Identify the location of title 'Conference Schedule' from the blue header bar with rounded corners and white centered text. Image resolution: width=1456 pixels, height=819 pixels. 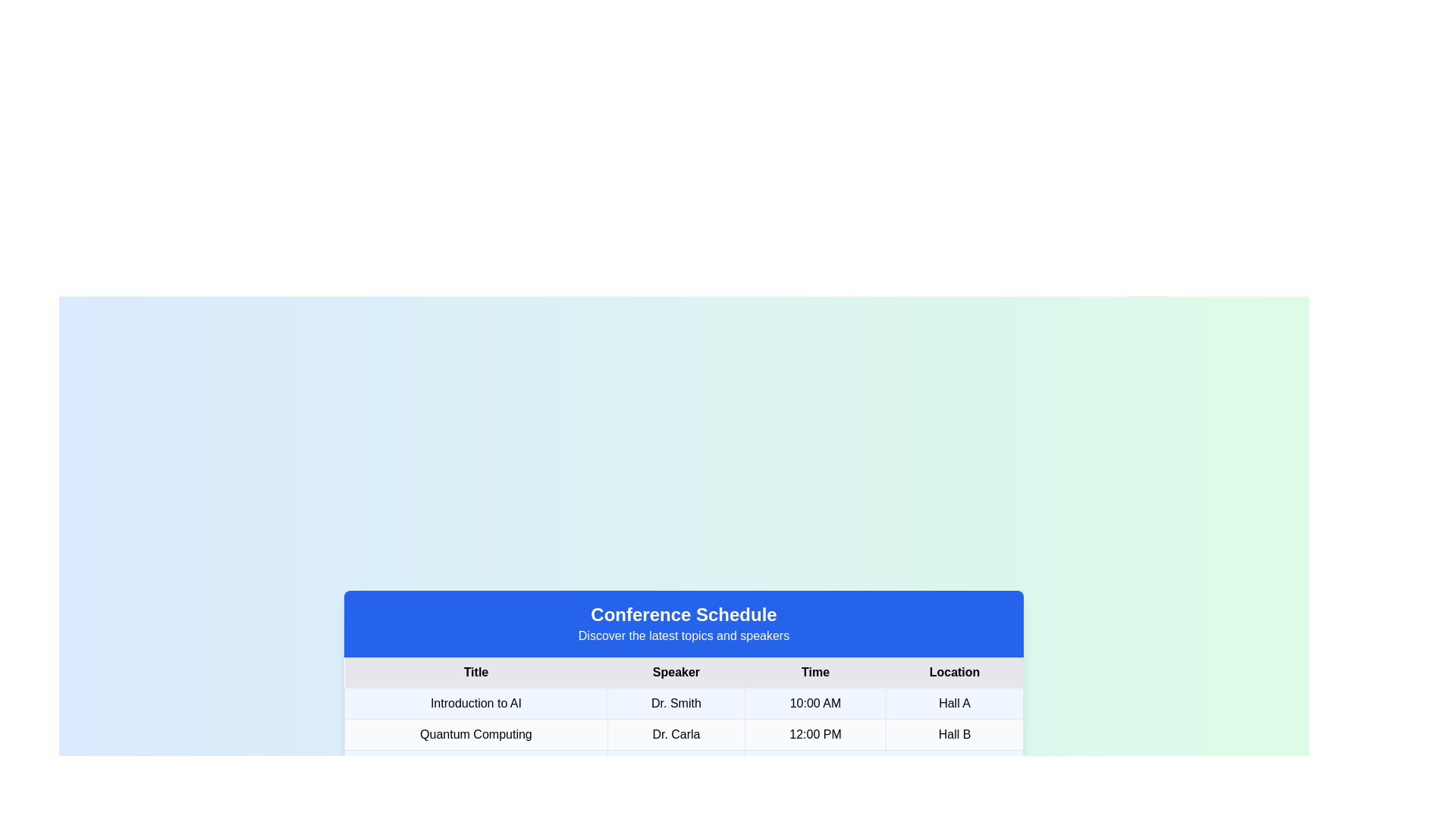
(683, 623).